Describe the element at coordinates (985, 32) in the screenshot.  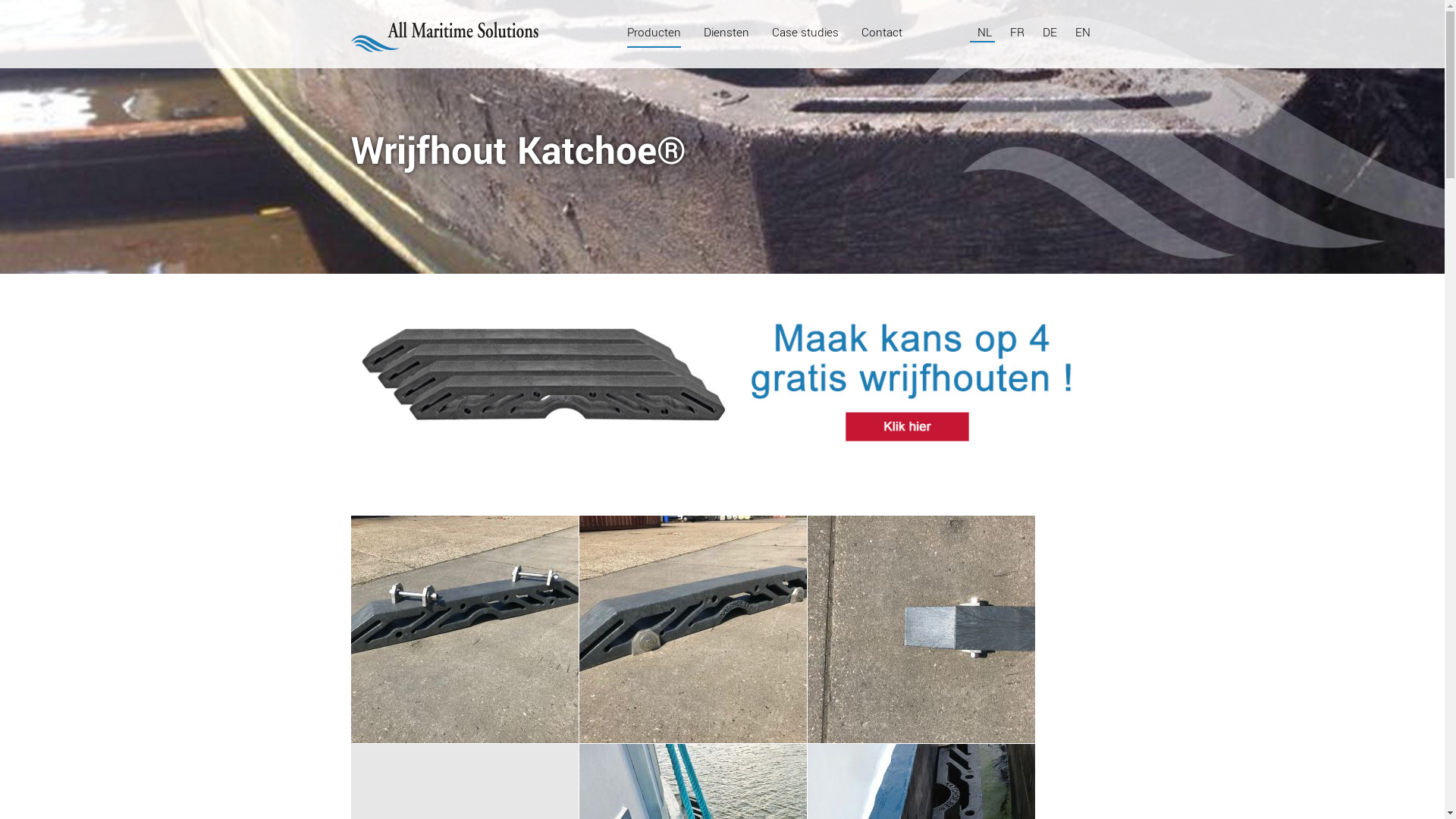
I see `'NL'` at that location.